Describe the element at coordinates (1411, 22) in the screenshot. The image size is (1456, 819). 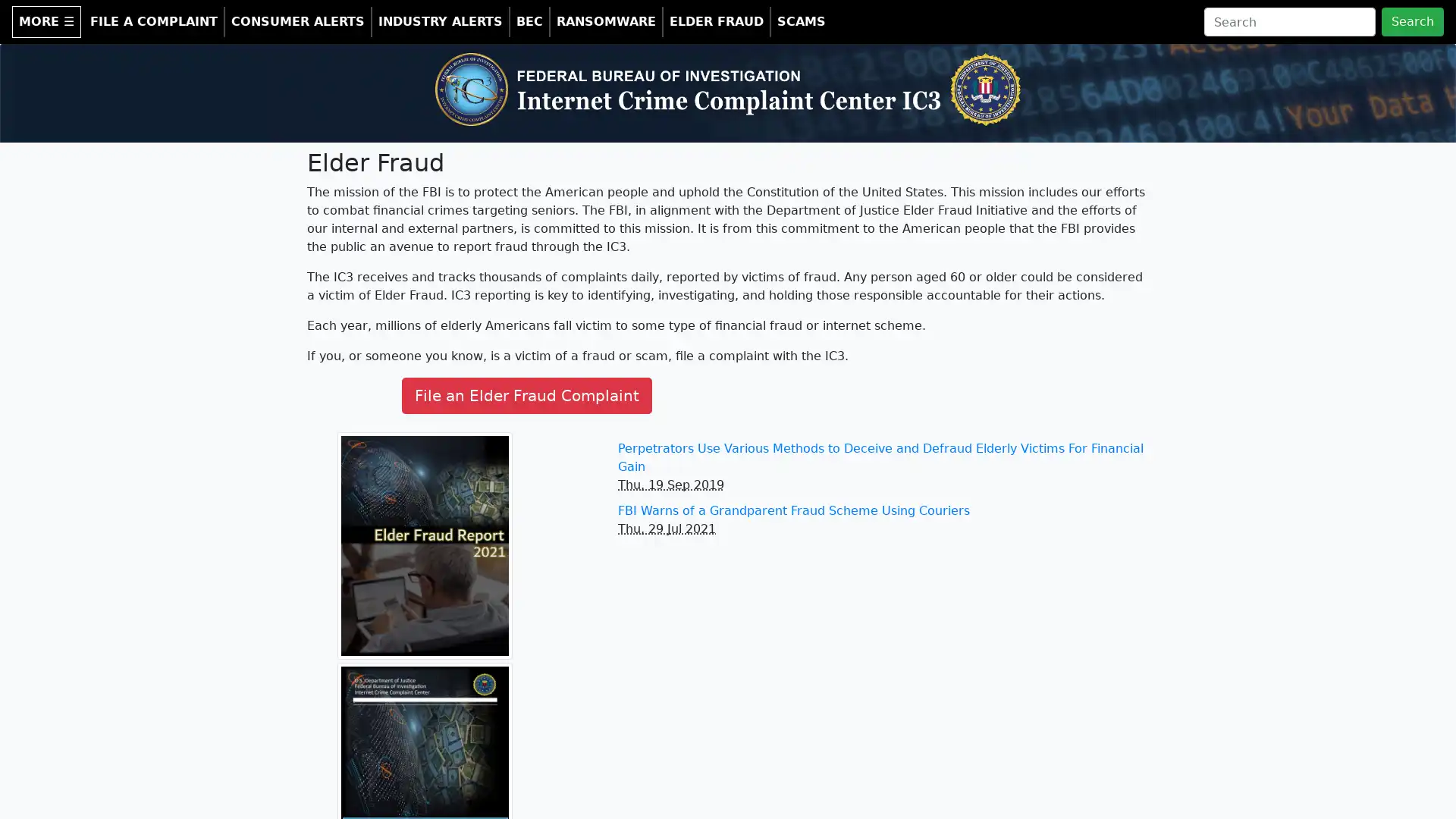
I see `Search` at that location.